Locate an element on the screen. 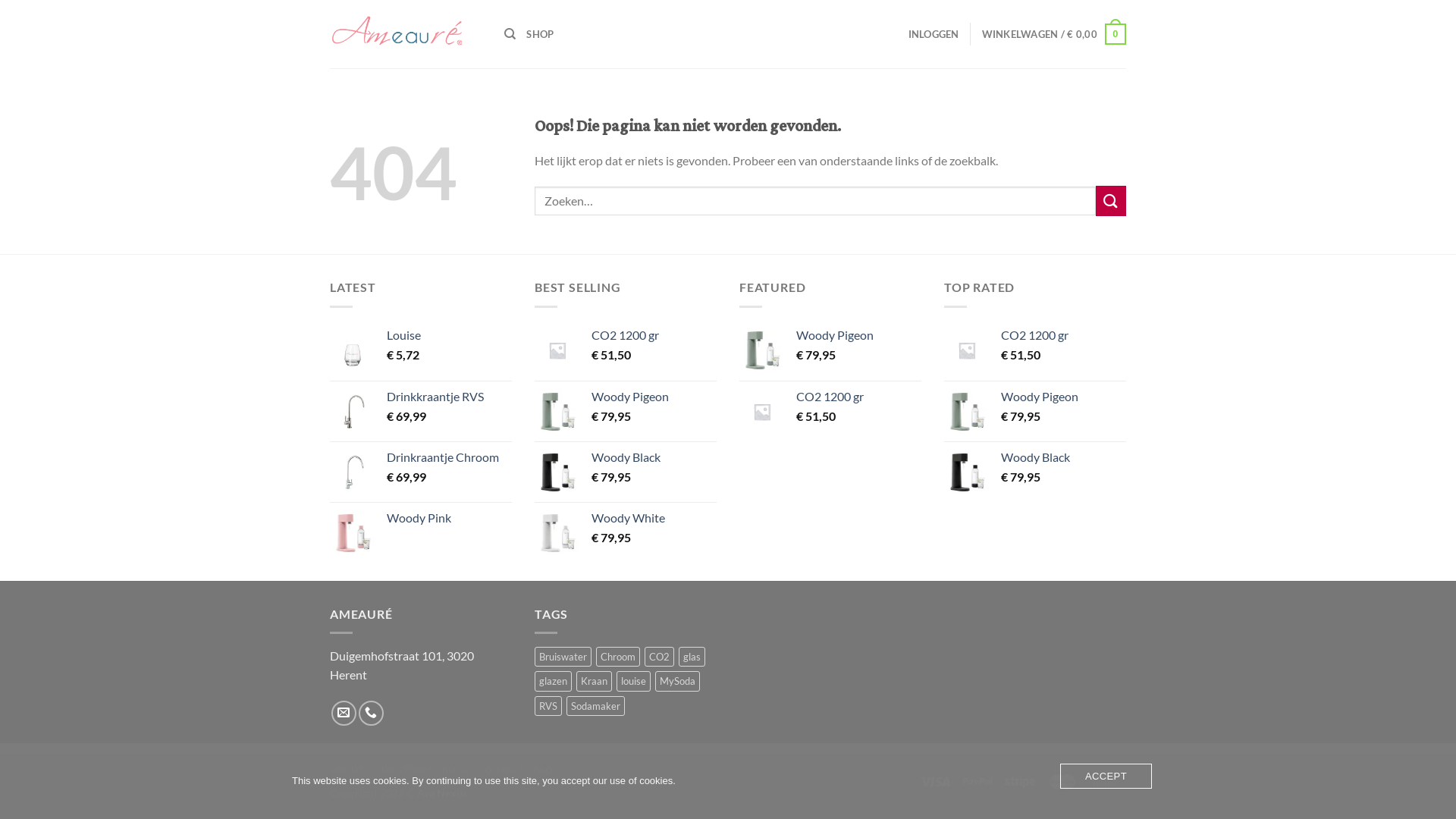  'glazen' is located at coordinates (552, 680).